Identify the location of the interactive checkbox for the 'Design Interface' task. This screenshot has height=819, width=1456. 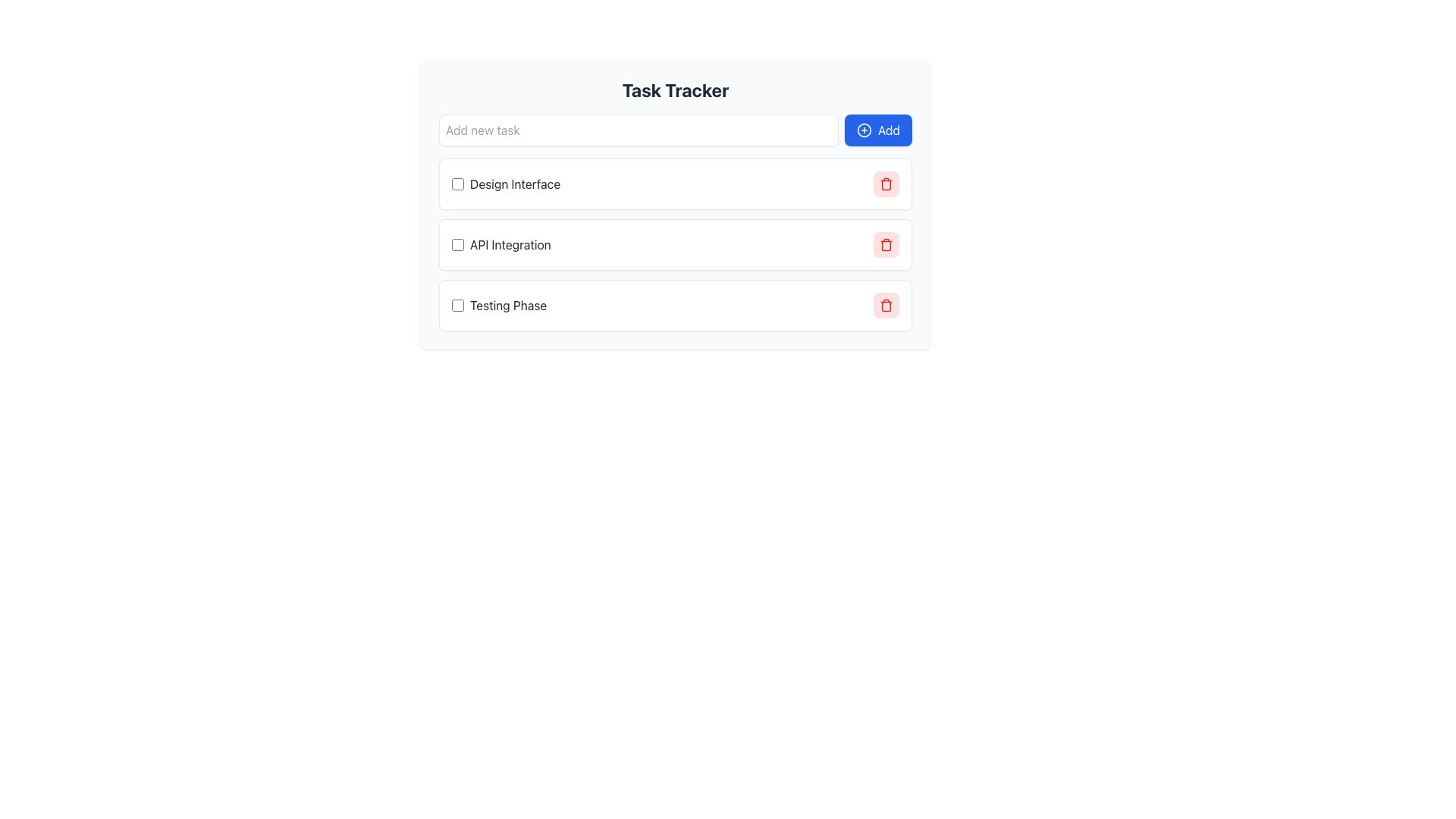
(457, 184).